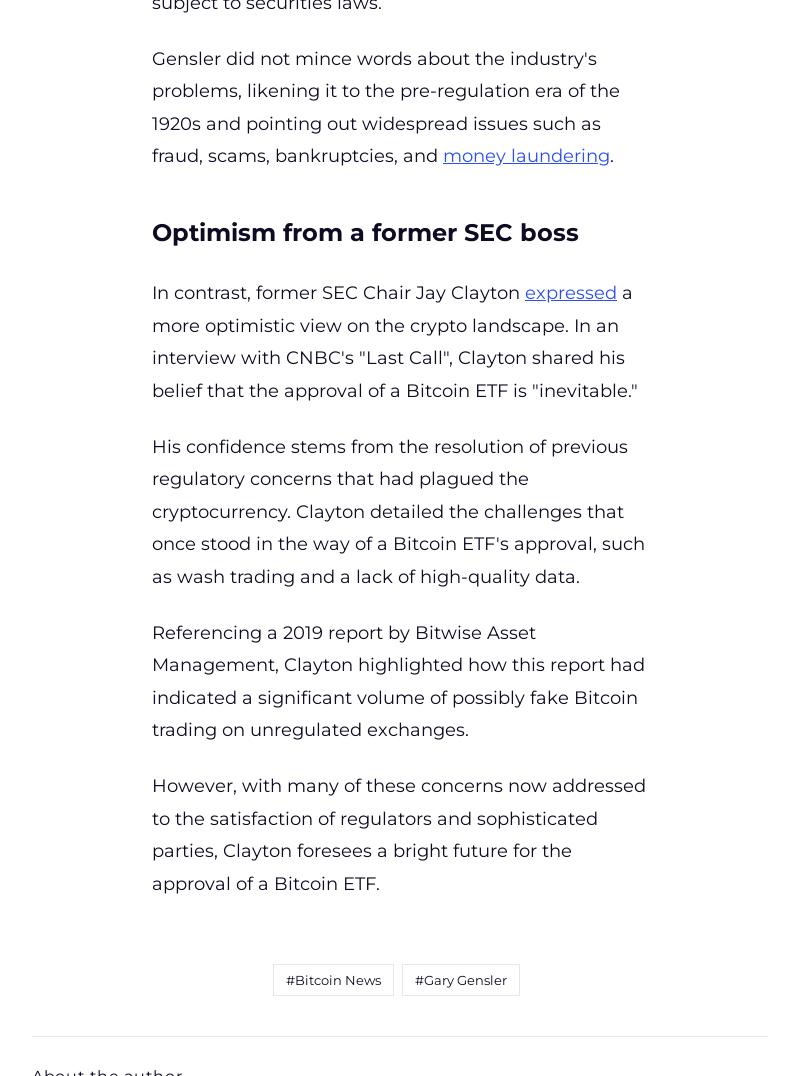 This screenshot has width=800, height=1076. Describe the element at coordinates (441, 156) in the screenshot. I see `'money laundering'` at that location.